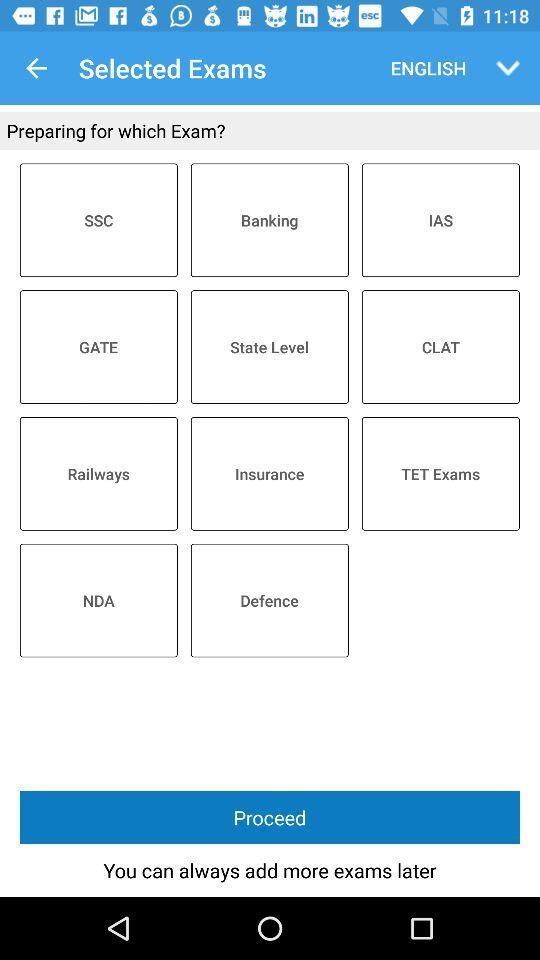 This screenshot has height=960, width=540. Describe the element at coordinates (270, 817) in the screenshot. I see `proceed` at that location.